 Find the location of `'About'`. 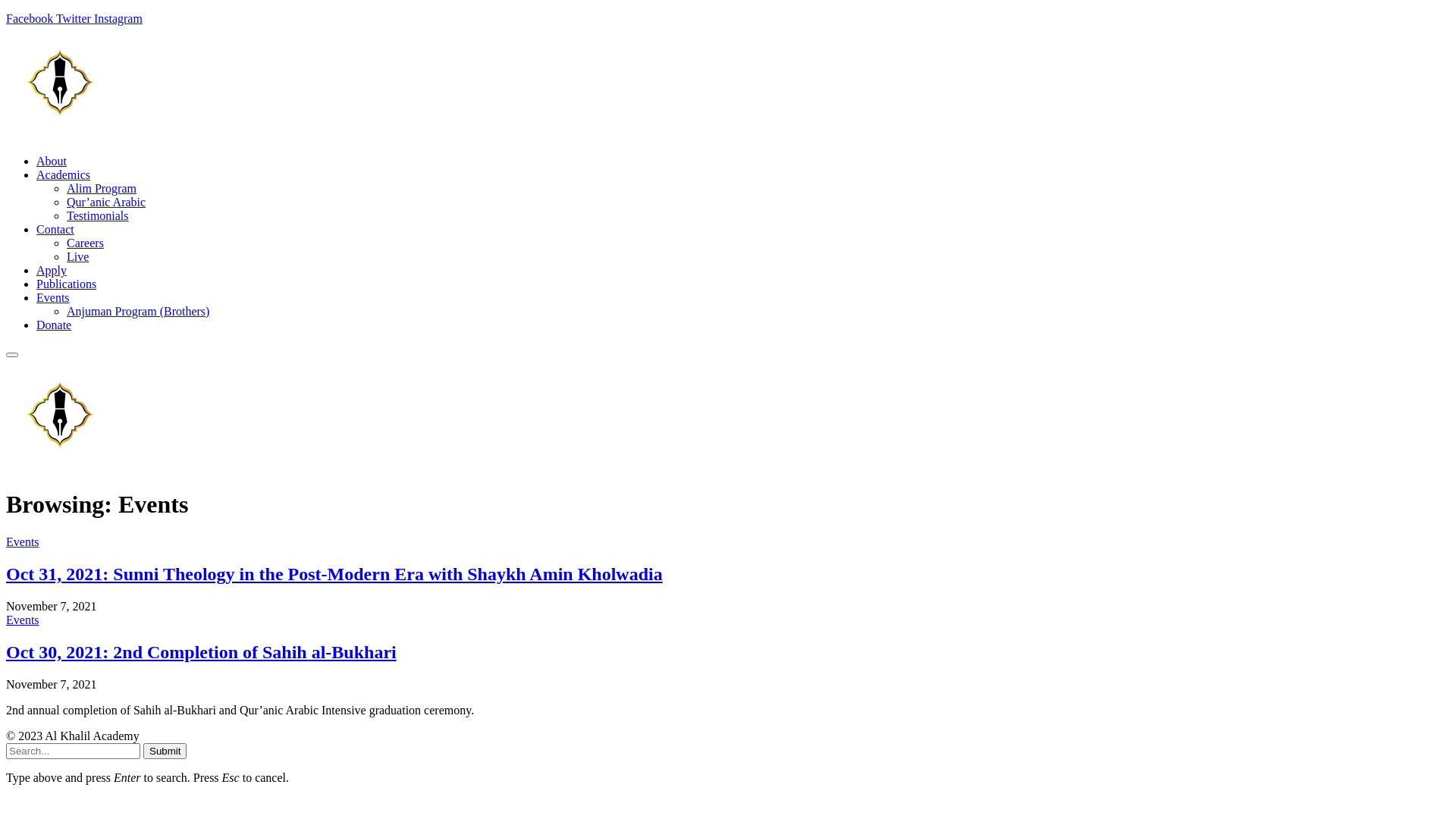

'About' is located at coordinates (51, 161).